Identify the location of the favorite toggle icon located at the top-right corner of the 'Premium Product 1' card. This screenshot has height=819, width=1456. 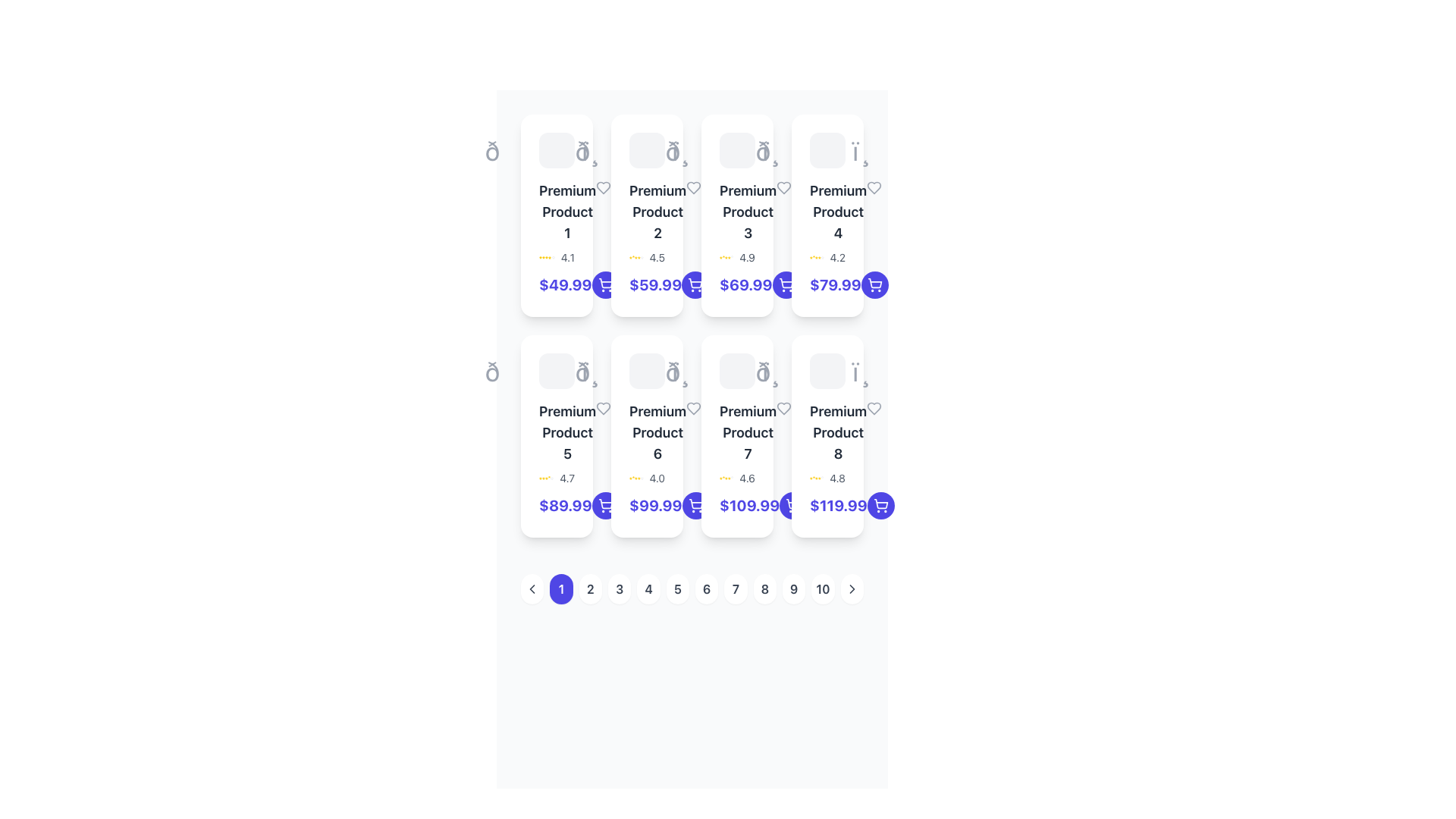
(603, 187).